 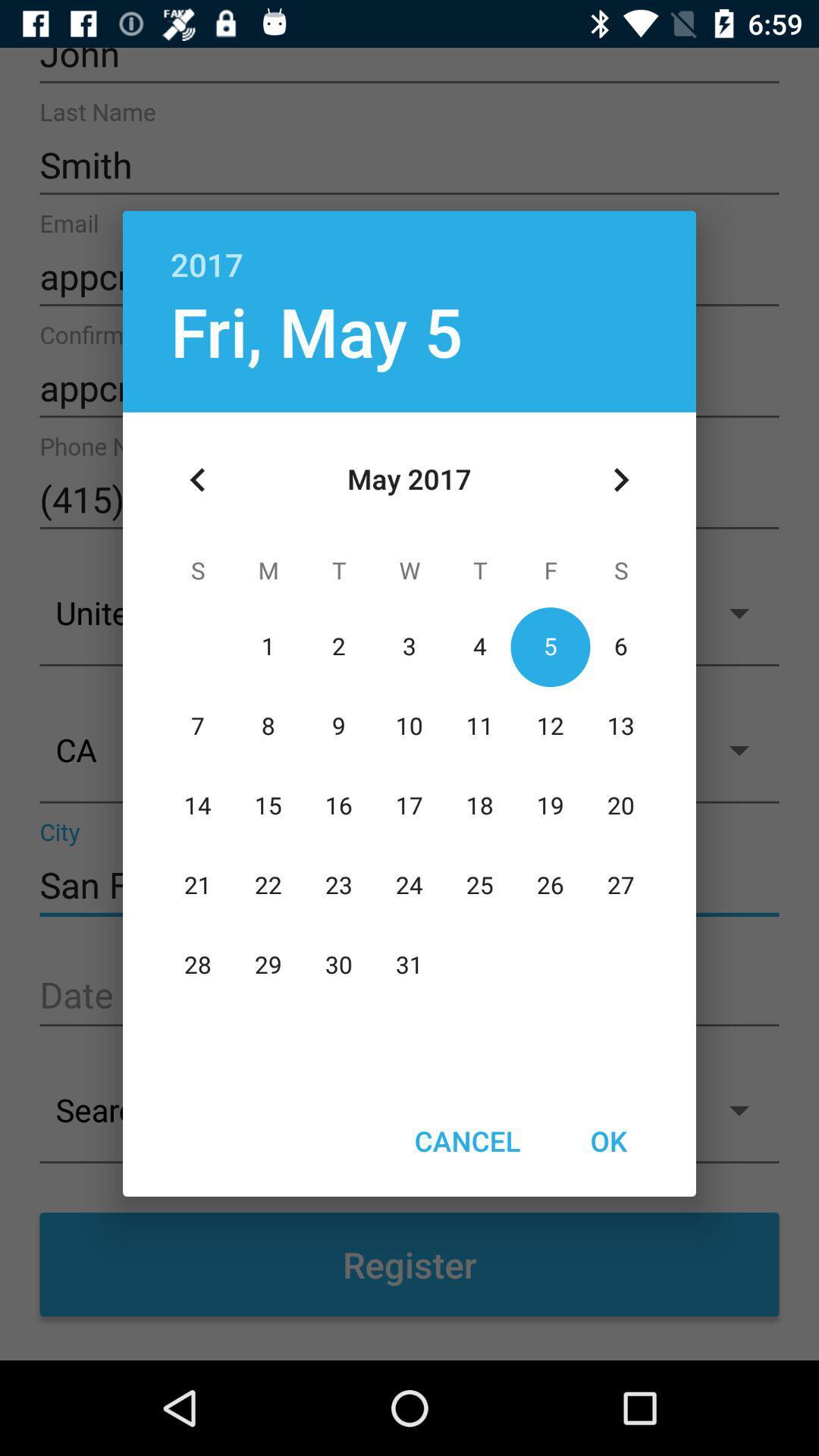 I want to click on item below 2017 item, so click(x=315, y=330).